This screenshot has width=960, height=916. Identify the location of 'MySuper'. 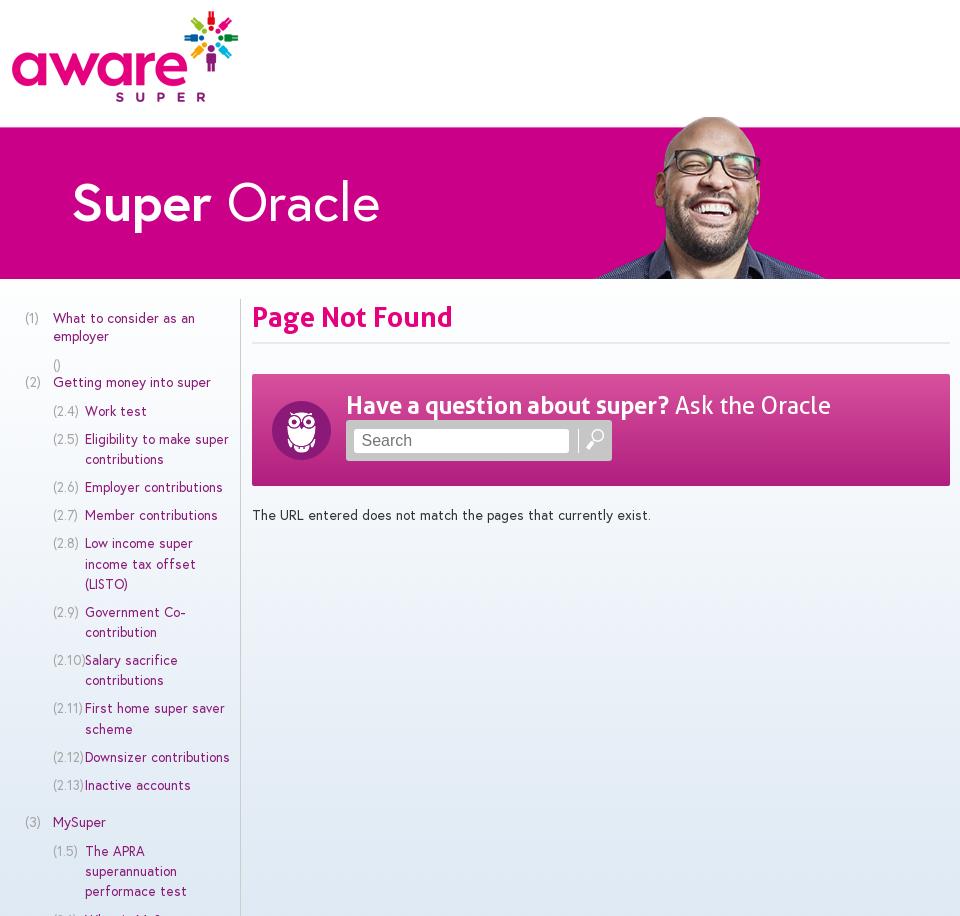
(78, 822).